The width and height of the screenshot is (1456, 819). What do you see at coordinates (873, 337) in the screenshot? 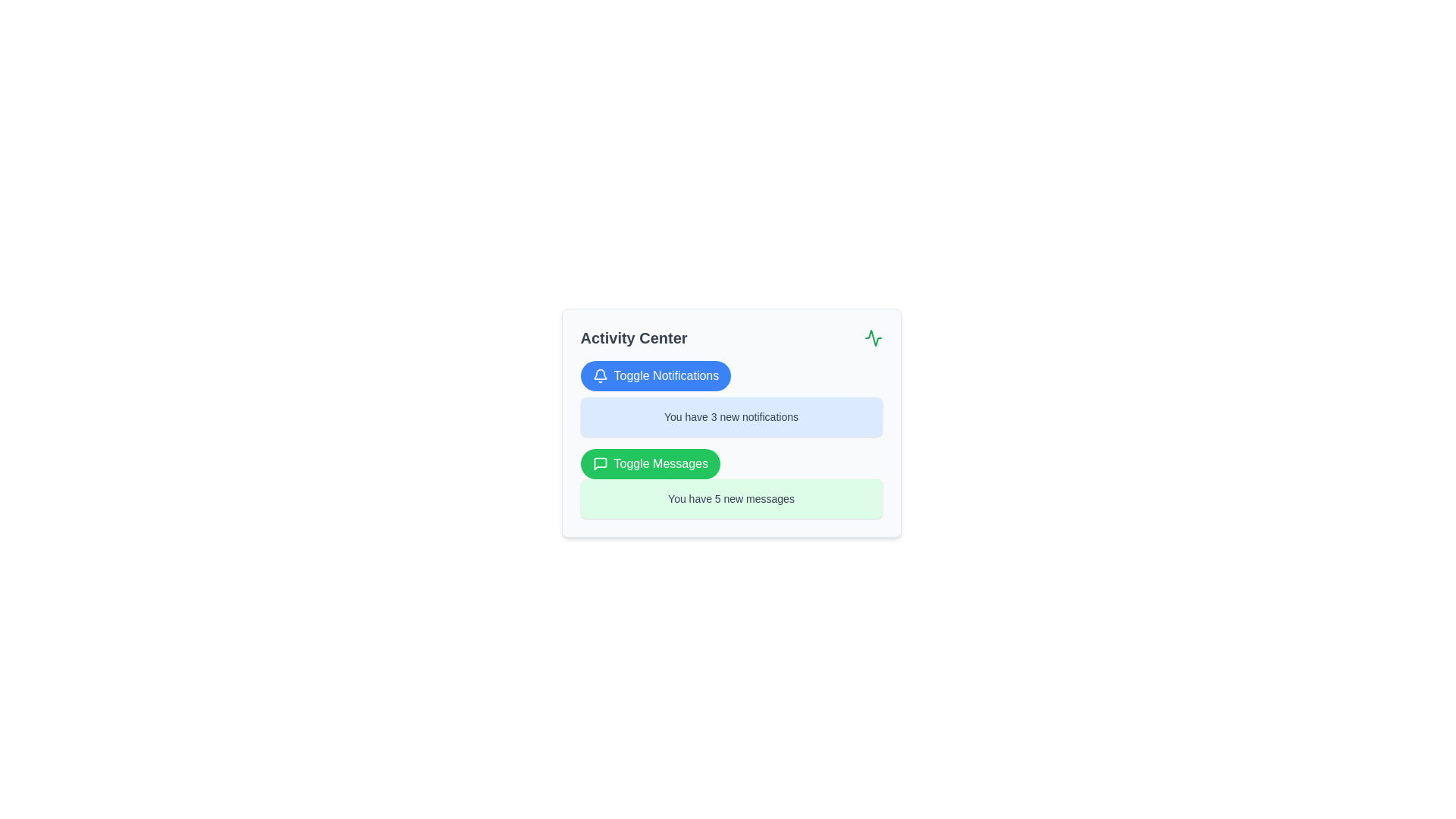
I see `the small green pulse icon located at the top-right corner of the 'Activity Center' section` at bounding box center [873, 337].